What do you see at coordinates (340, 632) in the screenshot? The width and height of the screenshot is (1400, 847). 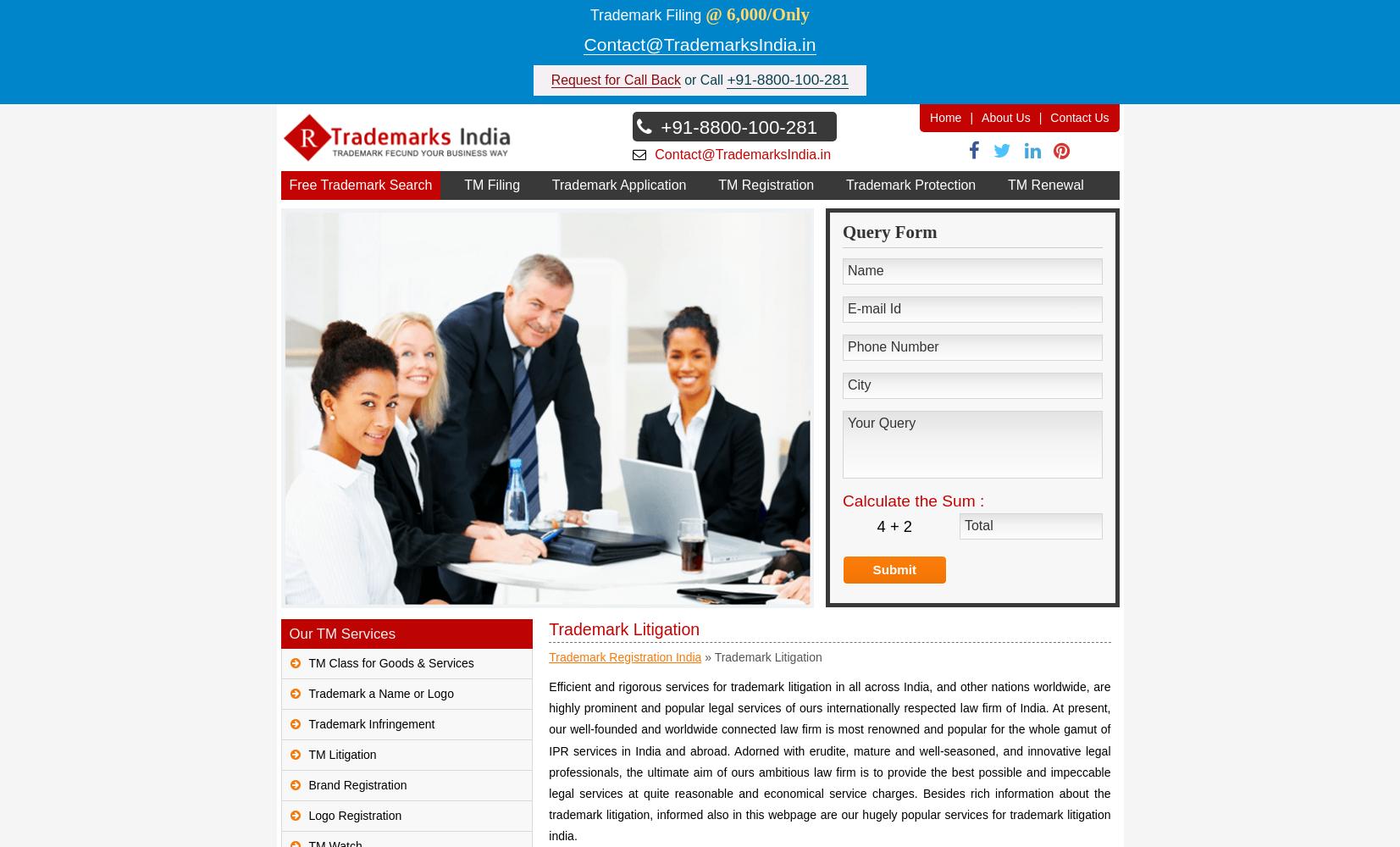 I see `'Our TM Services'` at bounding box center [340, 632].